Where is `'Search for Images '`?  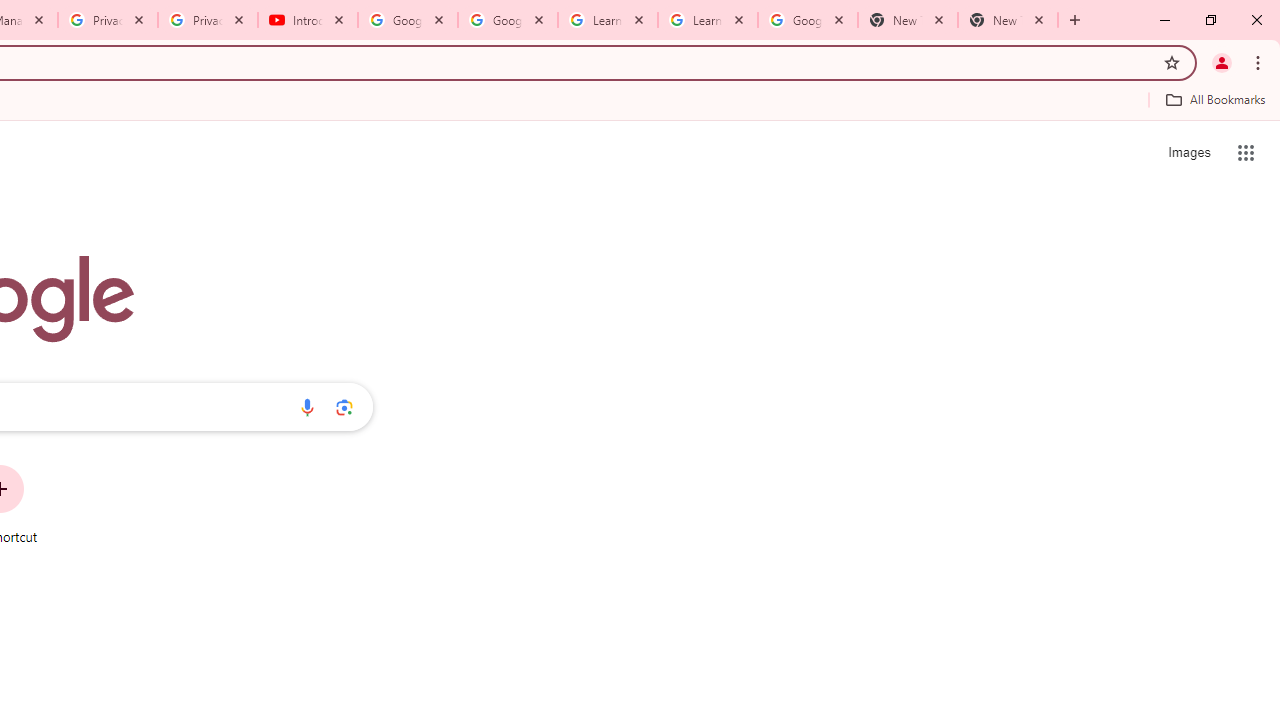 'Search for Images ' is located at coordinates (1189, 152).